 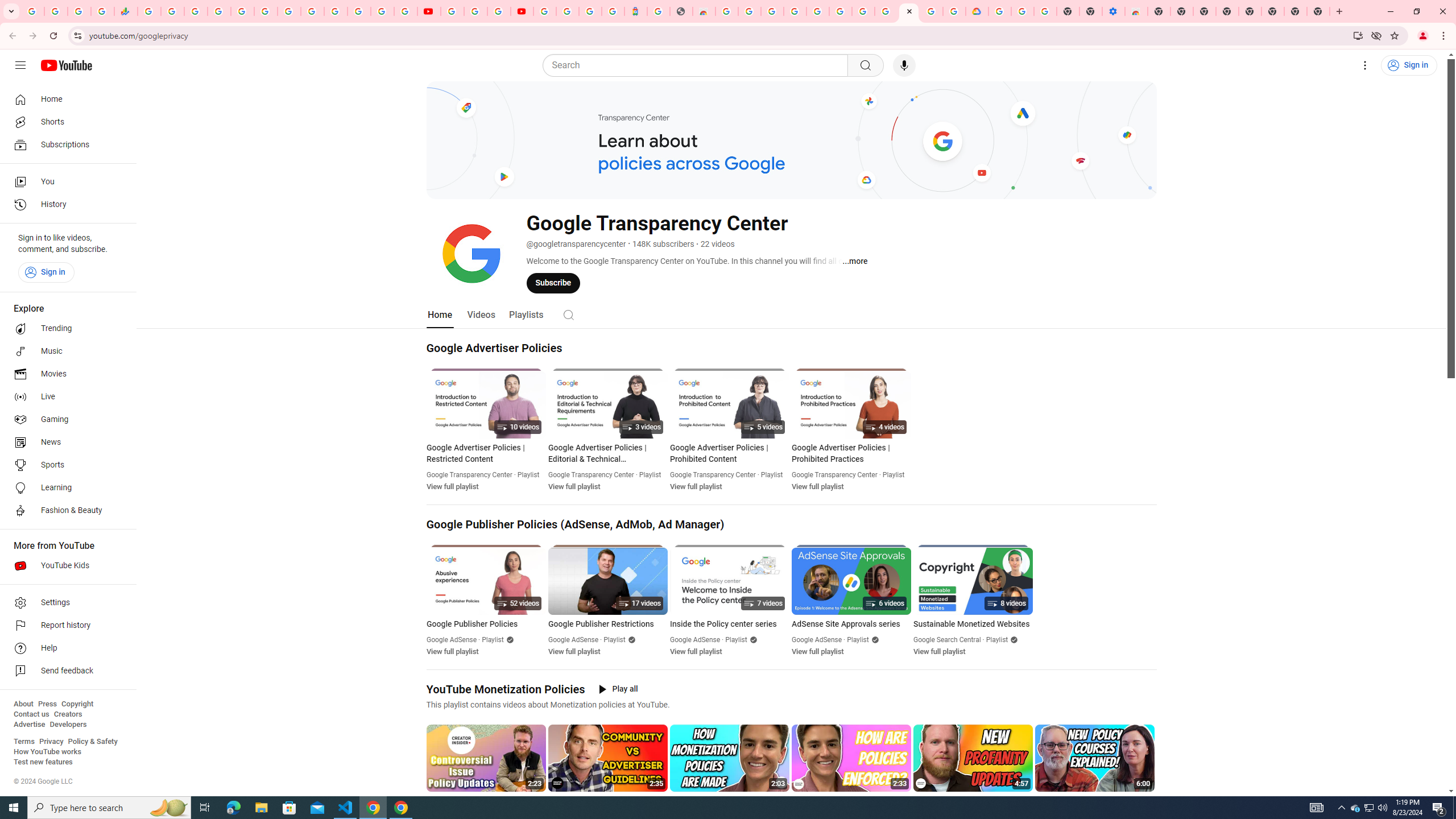 I want to click on 'Browse the Google Chrome Community - Google Chrome Community', so click(x=954, y=11).